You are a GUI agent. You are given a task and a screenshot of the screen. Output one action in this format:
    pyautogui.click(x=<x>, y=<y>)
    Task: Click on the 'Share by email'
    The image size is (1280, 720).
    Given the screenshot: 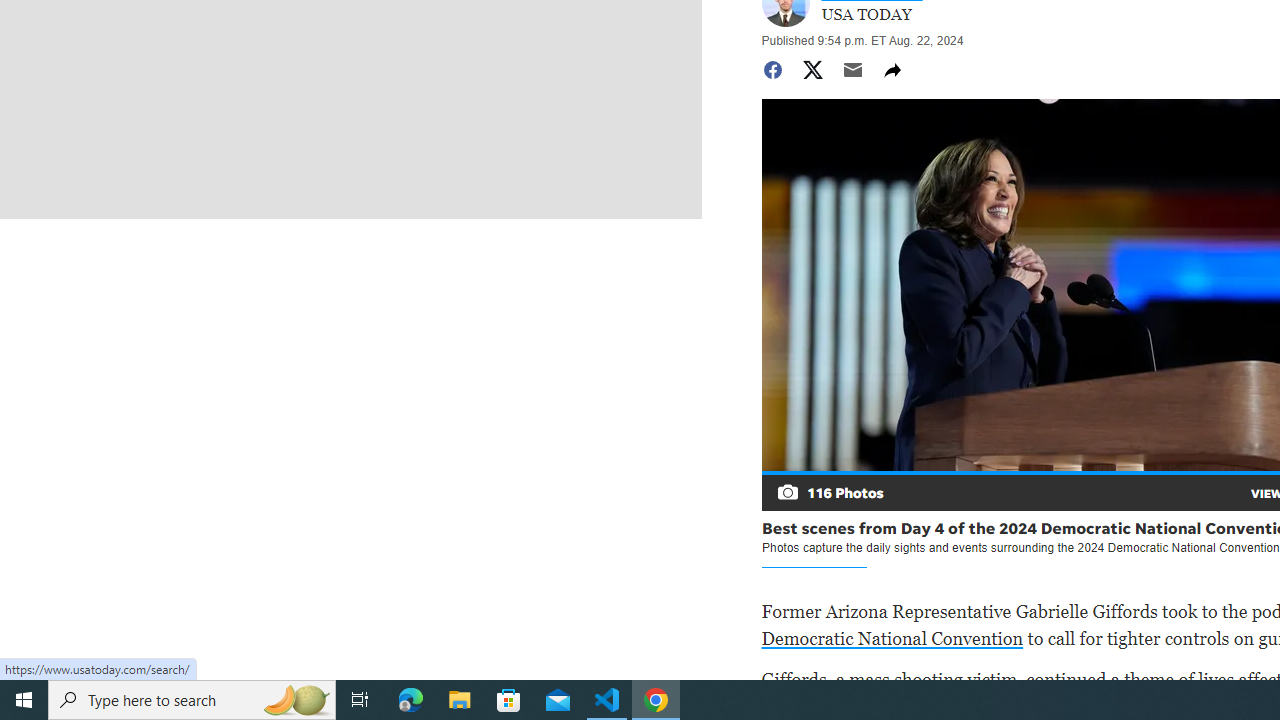 What is the action you would take?
    pyautogui.click(x=852, y=68)
    